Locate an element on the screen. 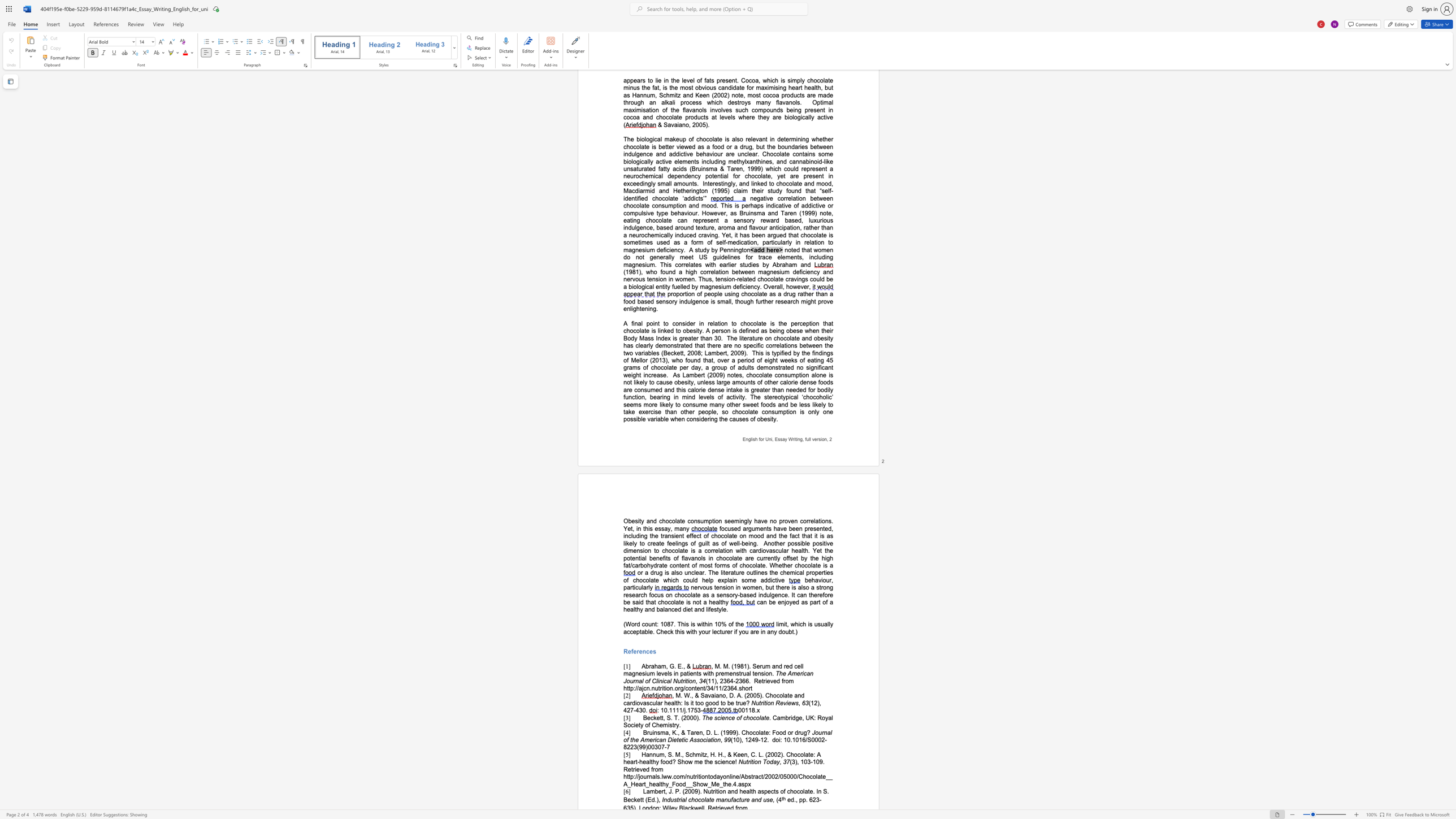 The width and height of the screenshot is (1456, 819). the subset text "nal of the American Dietetic Associ" within the text "Journal of the American Dietetic Association" is located at coordinates (823, 732).